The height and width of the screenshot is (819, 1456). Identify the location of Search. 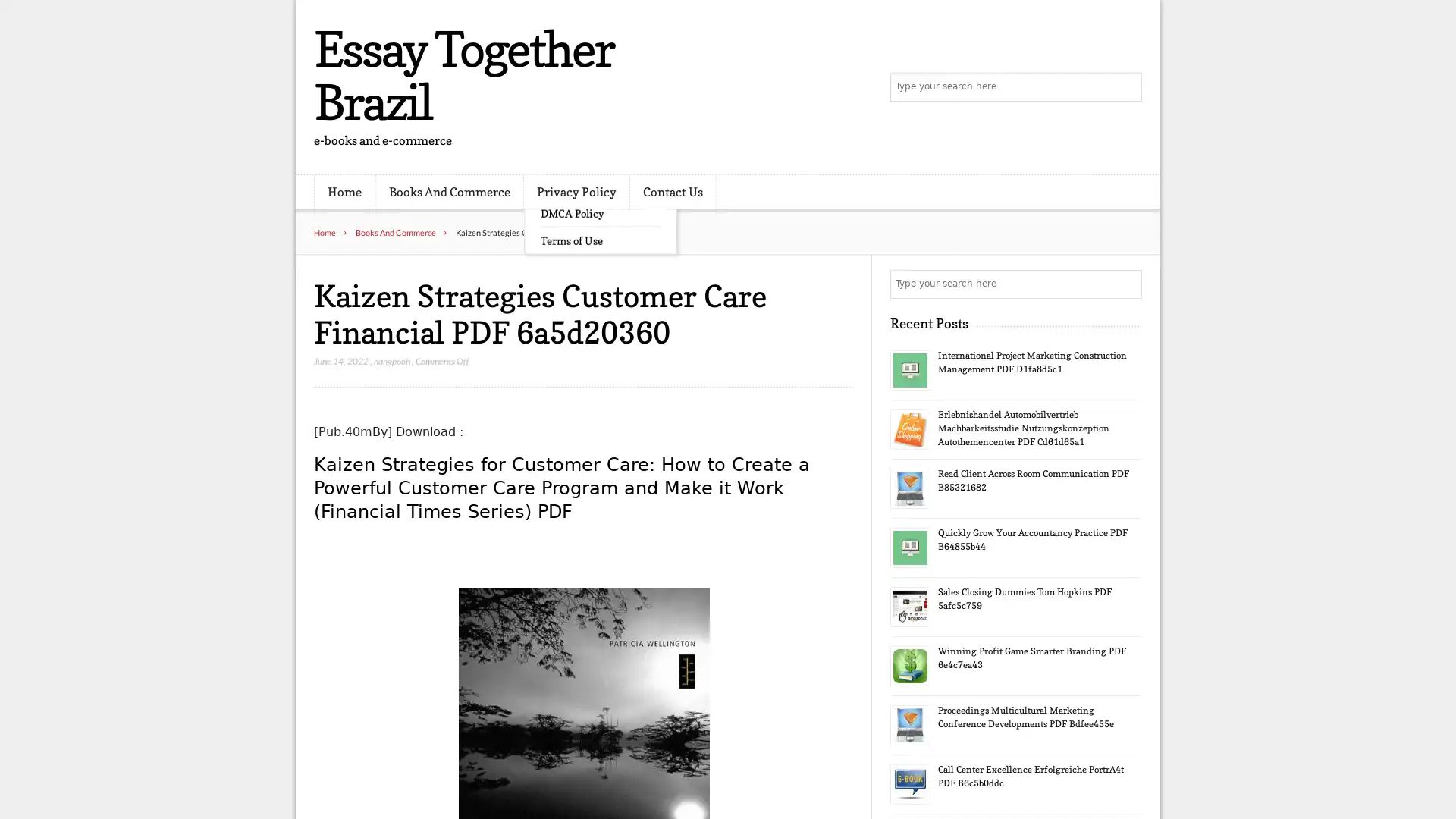
(1126, 284).